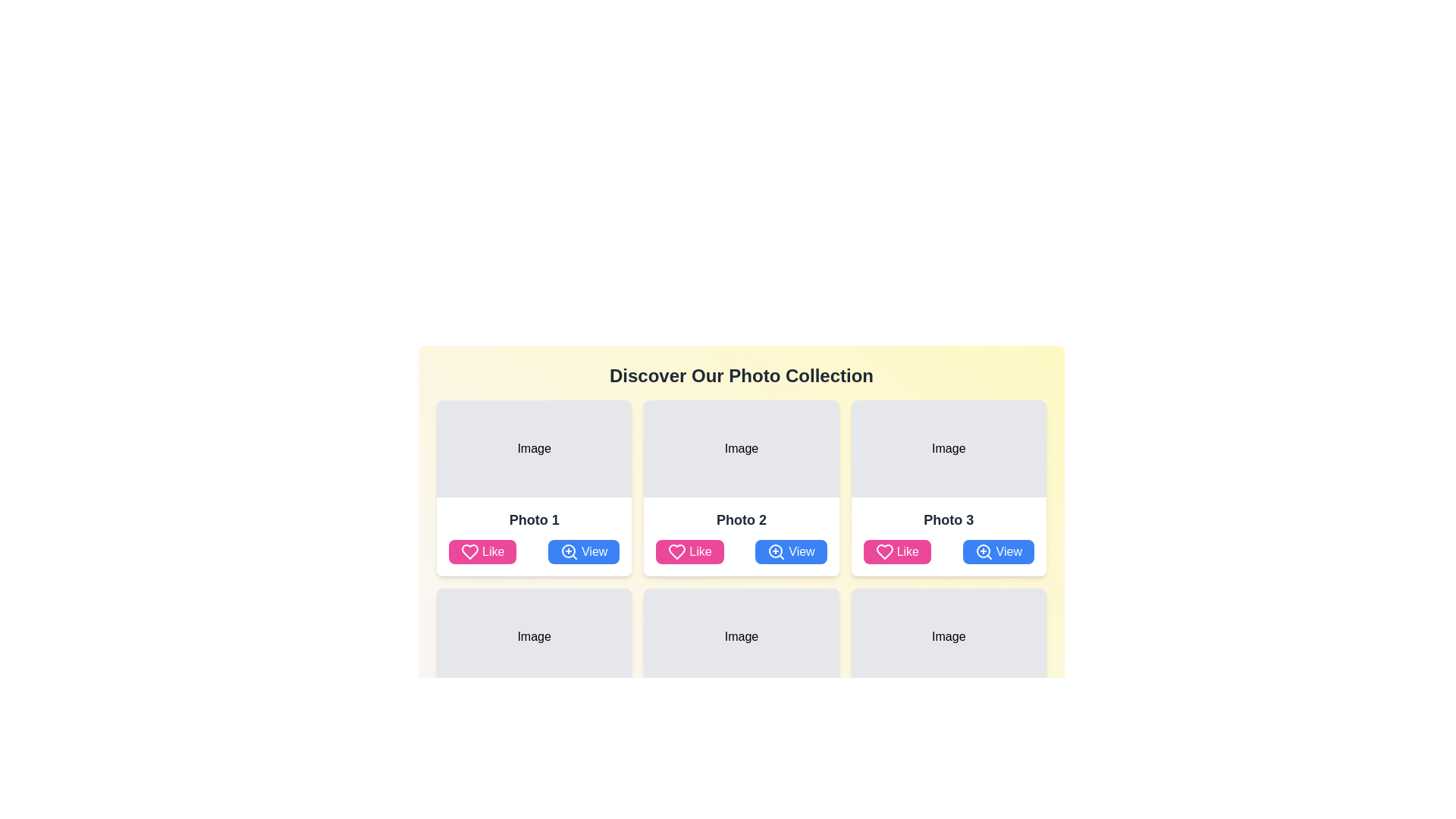 The width and height of the screenshot is (1456, 819). I want to click on the pink 'Like' button with a white heart icon to like the photo located below Photo 1 in the gallery layout, so click(482, 552).